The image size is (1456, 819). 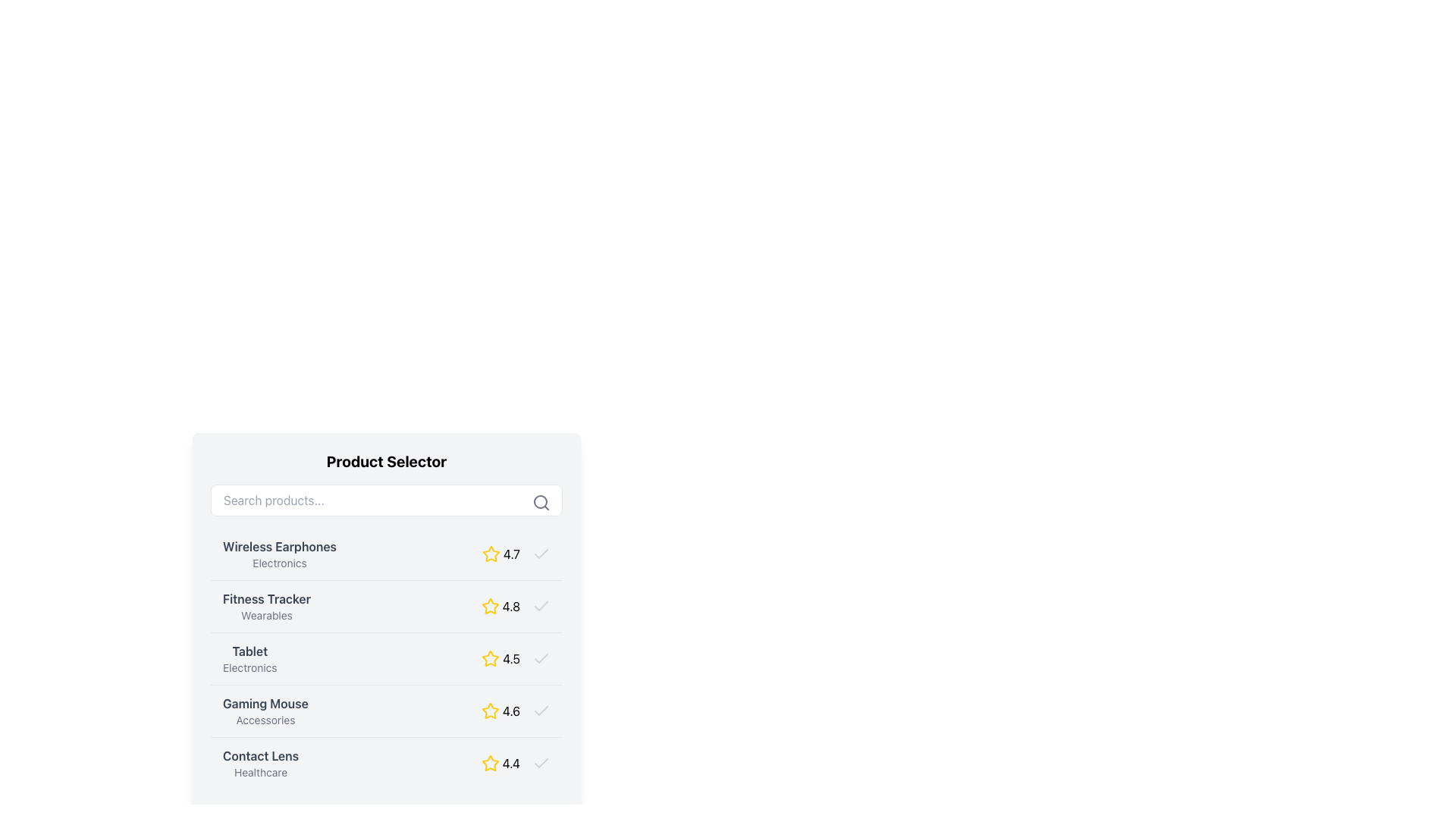 I want to click on the star icon representing the rating of the 'Tablet' product, which is located in the third row of the vertical product list next to the rating '4.5', so click(x=491, y=657).